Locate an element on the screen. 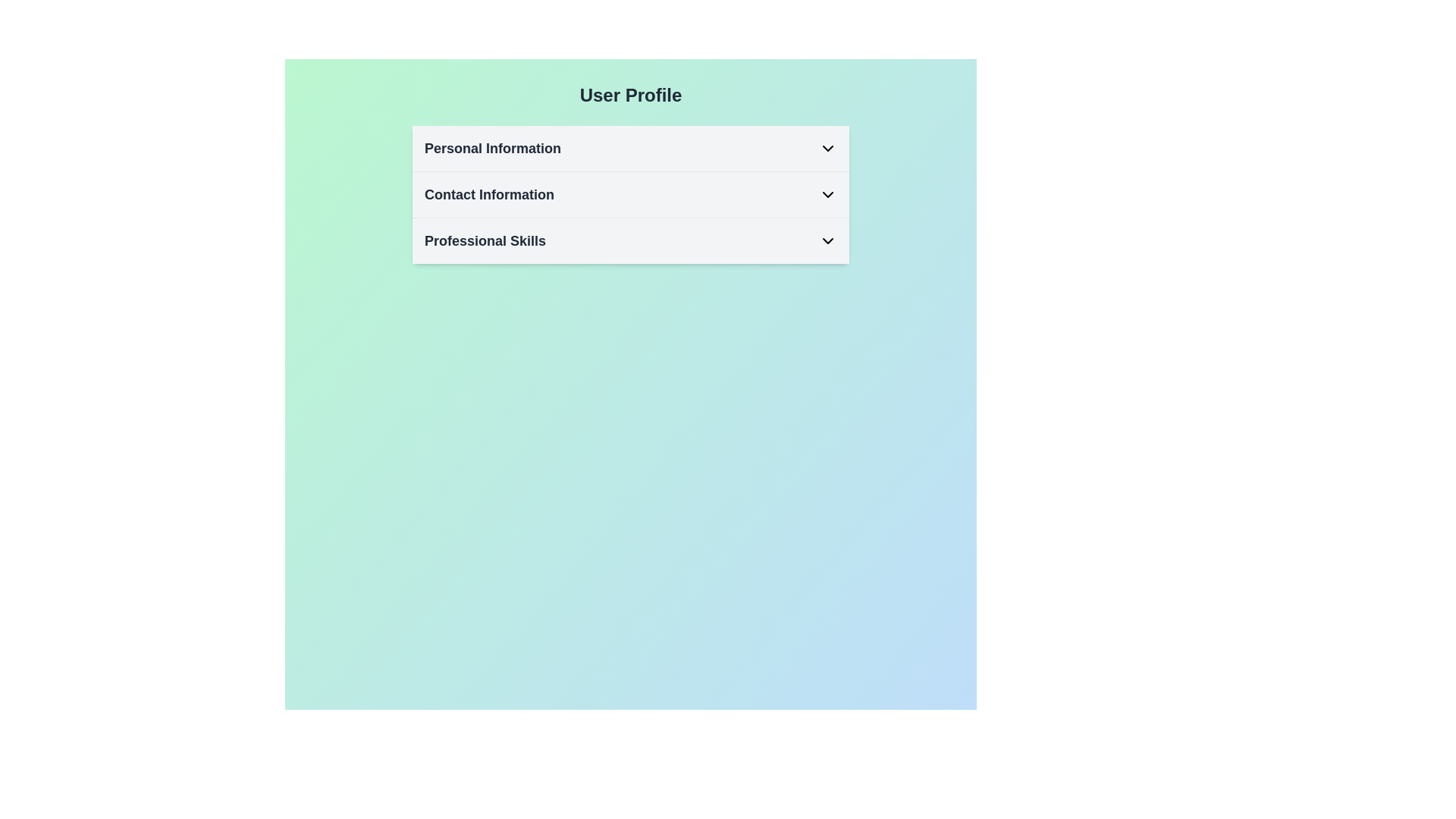 The height and width of the screenshot is (819, 1456). the downward-pointing chevron icon (SVG graphic) located adjacent to the right side of the 'Personal Information' text is located at coordinates (827, 149).